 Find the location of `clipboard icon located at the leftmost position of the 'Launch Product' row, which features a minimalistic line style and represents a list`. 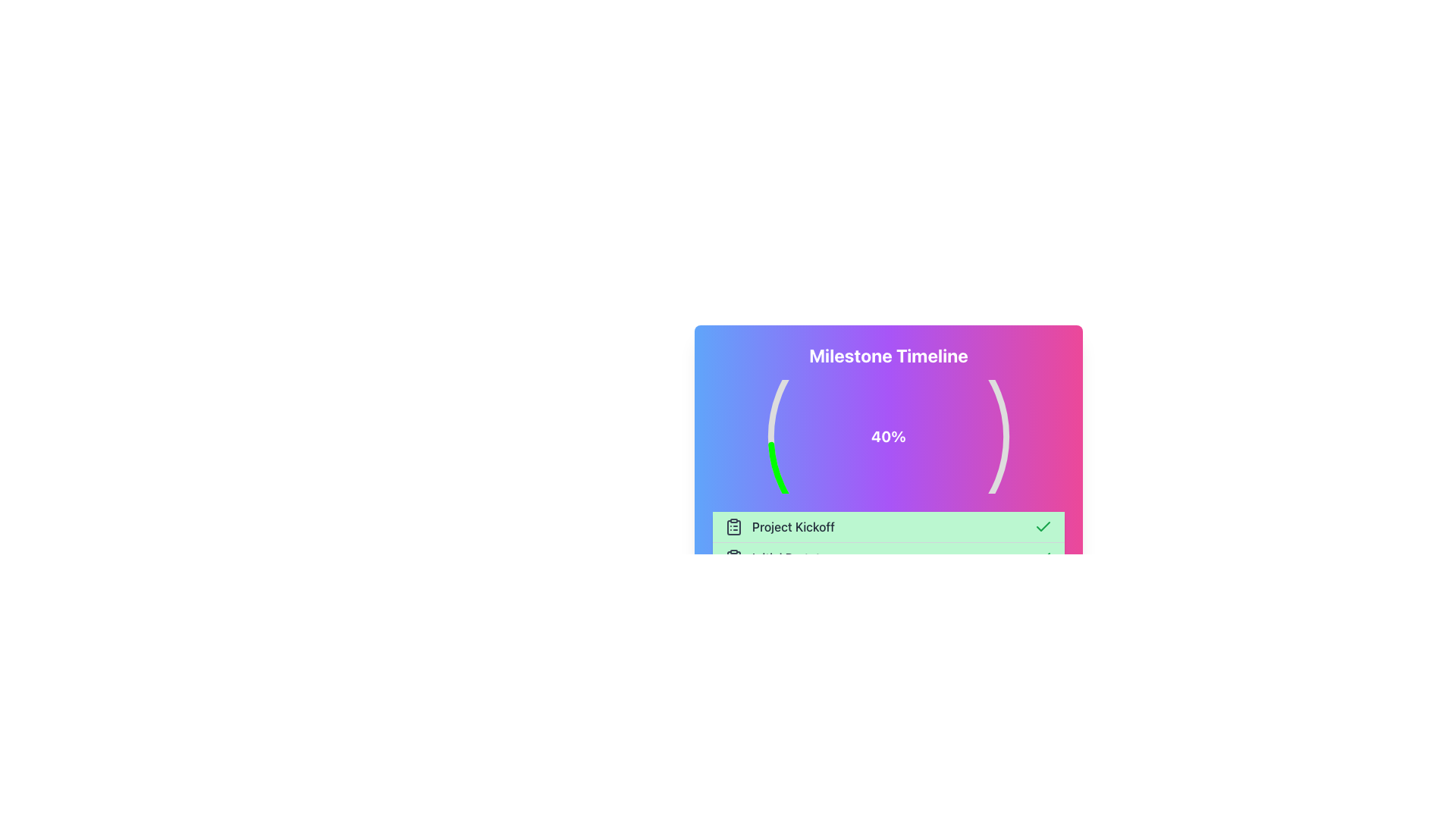

clipboard icon located at the leftmost position of the 'Launch Product' row, which features a minimalistic line style and represents a list is located at coordinates (734, 620).